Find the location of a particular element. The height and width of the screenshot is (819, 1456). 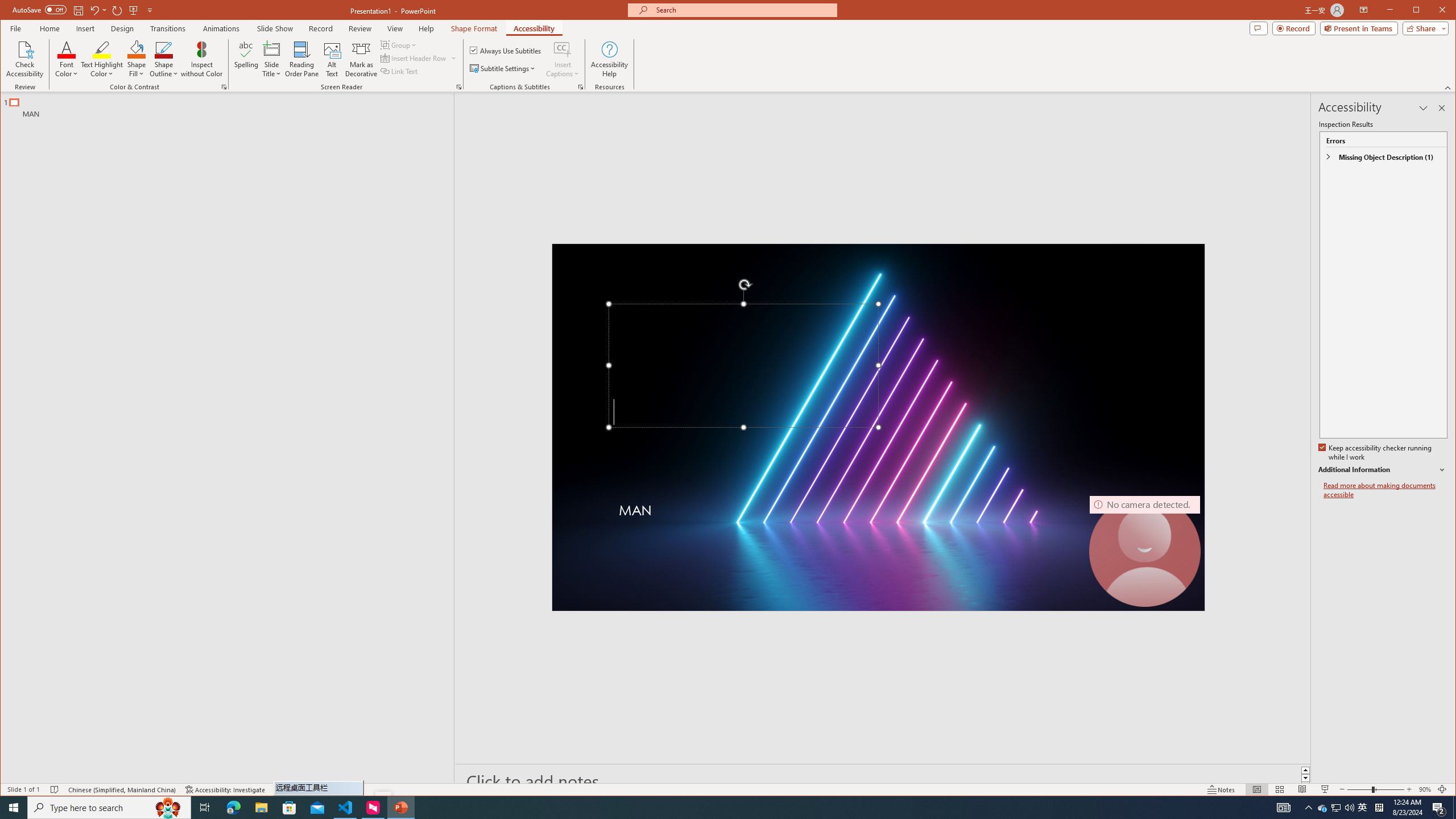

'Shape Fill Orange, Accent 2' is located at coordinates (136, 48).